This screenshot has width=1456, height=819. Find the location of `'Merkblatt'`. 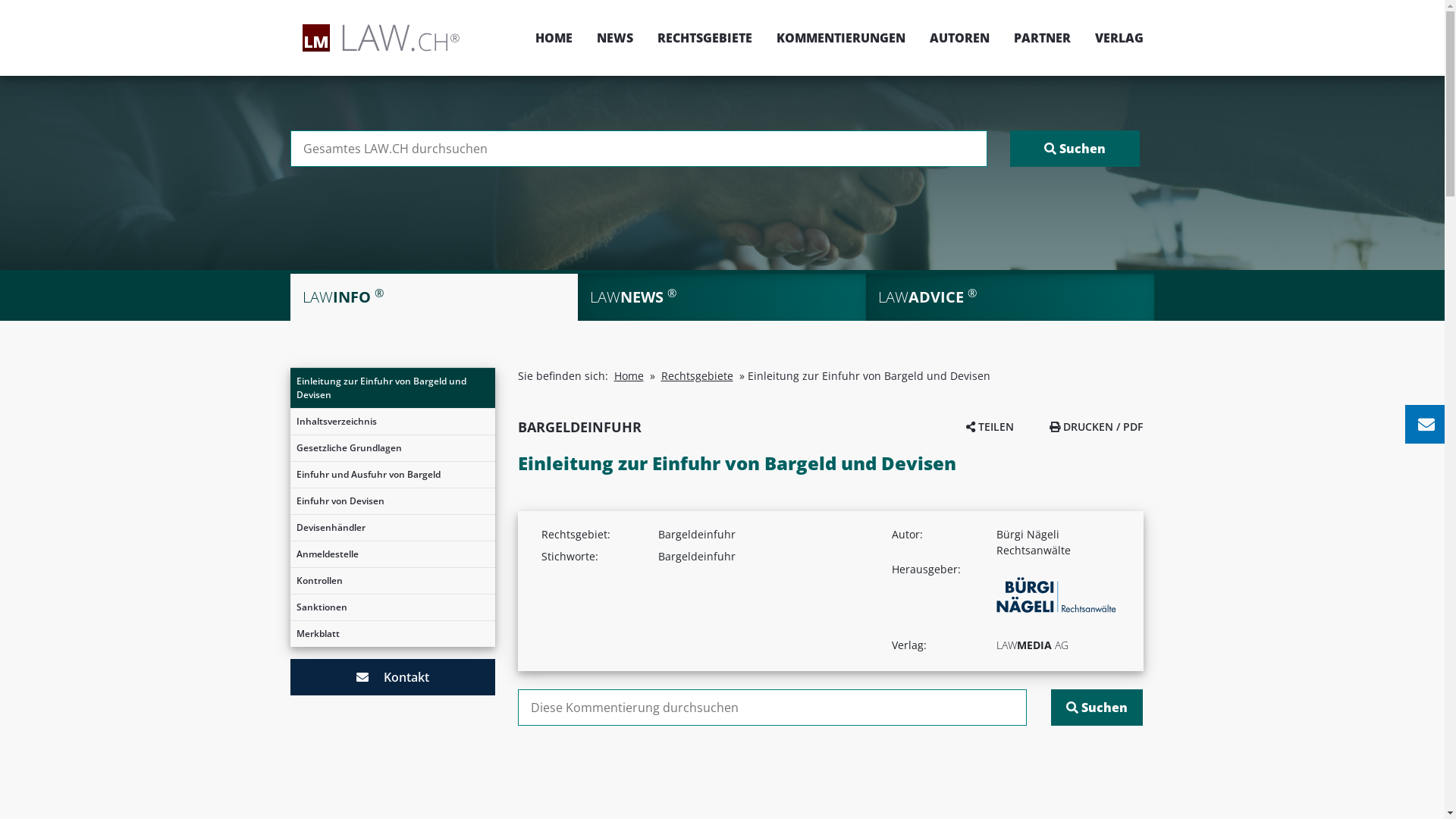

'Merkblatt' is located at coordinates (392, 634).